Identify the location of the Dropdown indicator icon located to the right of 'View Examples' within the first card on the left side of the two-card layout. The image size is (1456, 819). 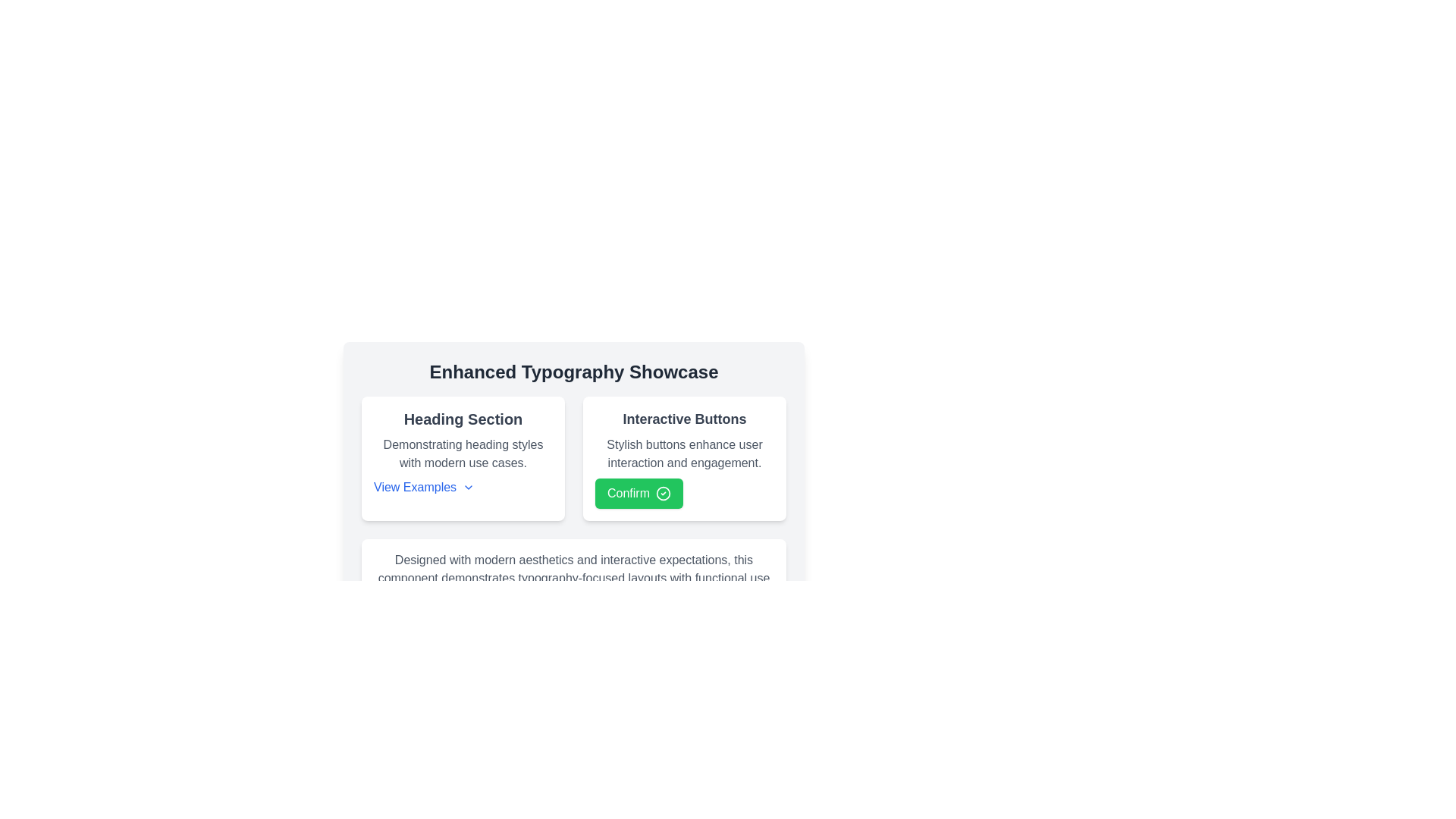
(468, 488).